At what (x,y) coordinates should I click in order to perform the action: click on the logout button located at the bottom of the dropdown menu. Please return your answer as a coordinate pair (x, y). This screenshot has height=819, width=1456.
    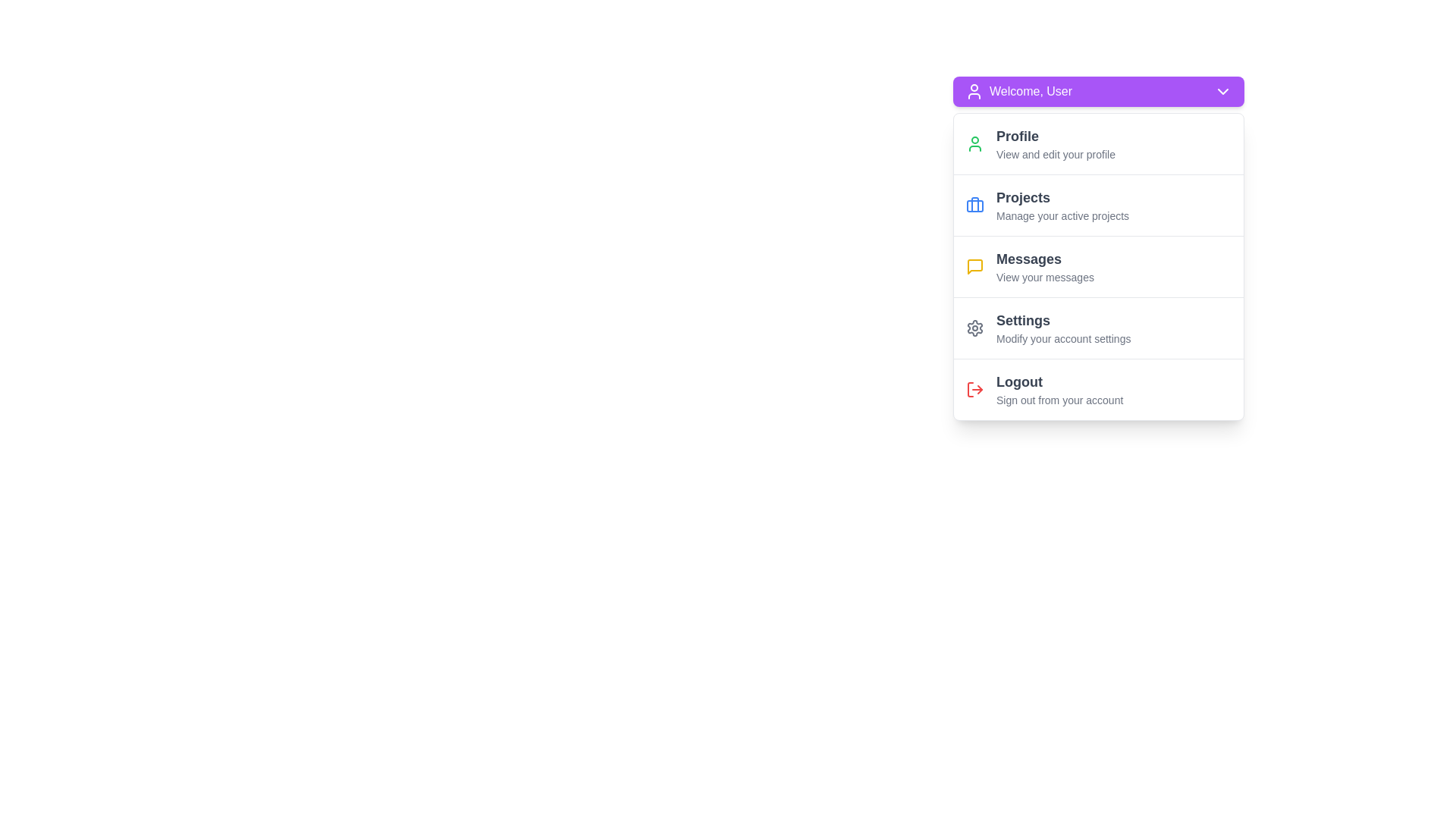
    Looking at the image, I should click on (1099, 388).